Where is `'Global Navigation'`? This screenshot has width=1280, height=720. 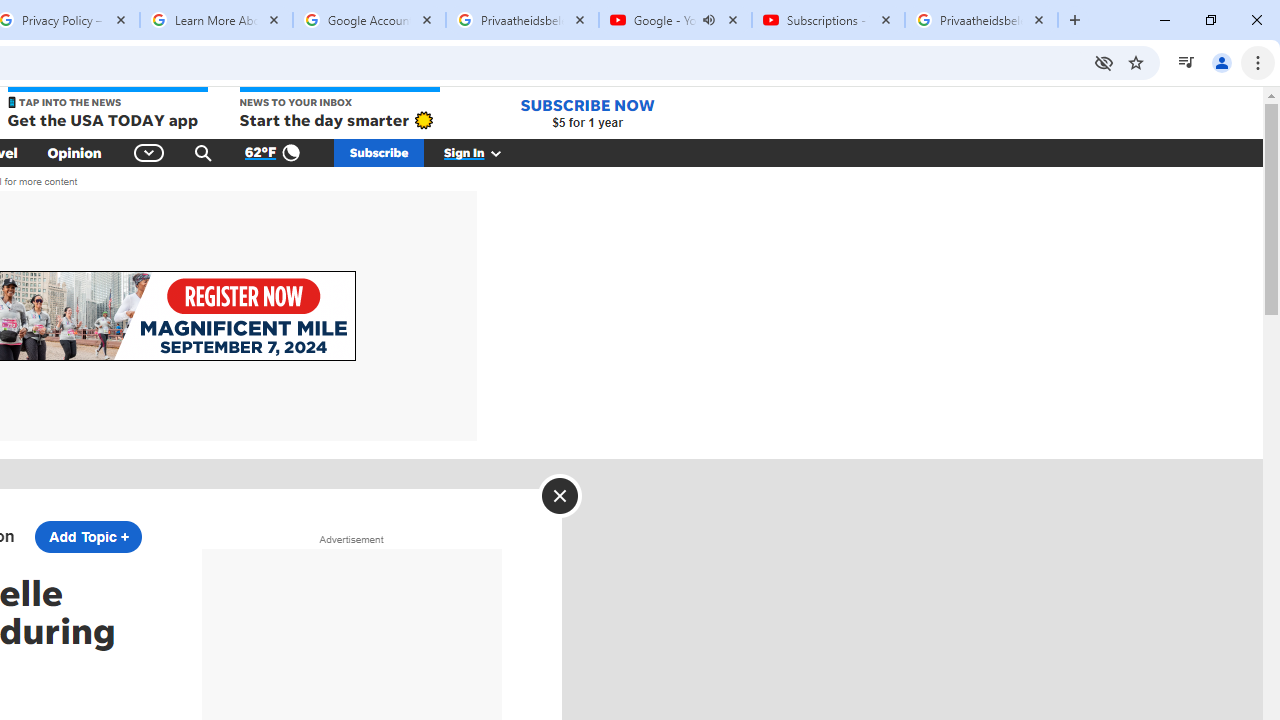
'Global Navigation' is located at coordinates (148, 152).